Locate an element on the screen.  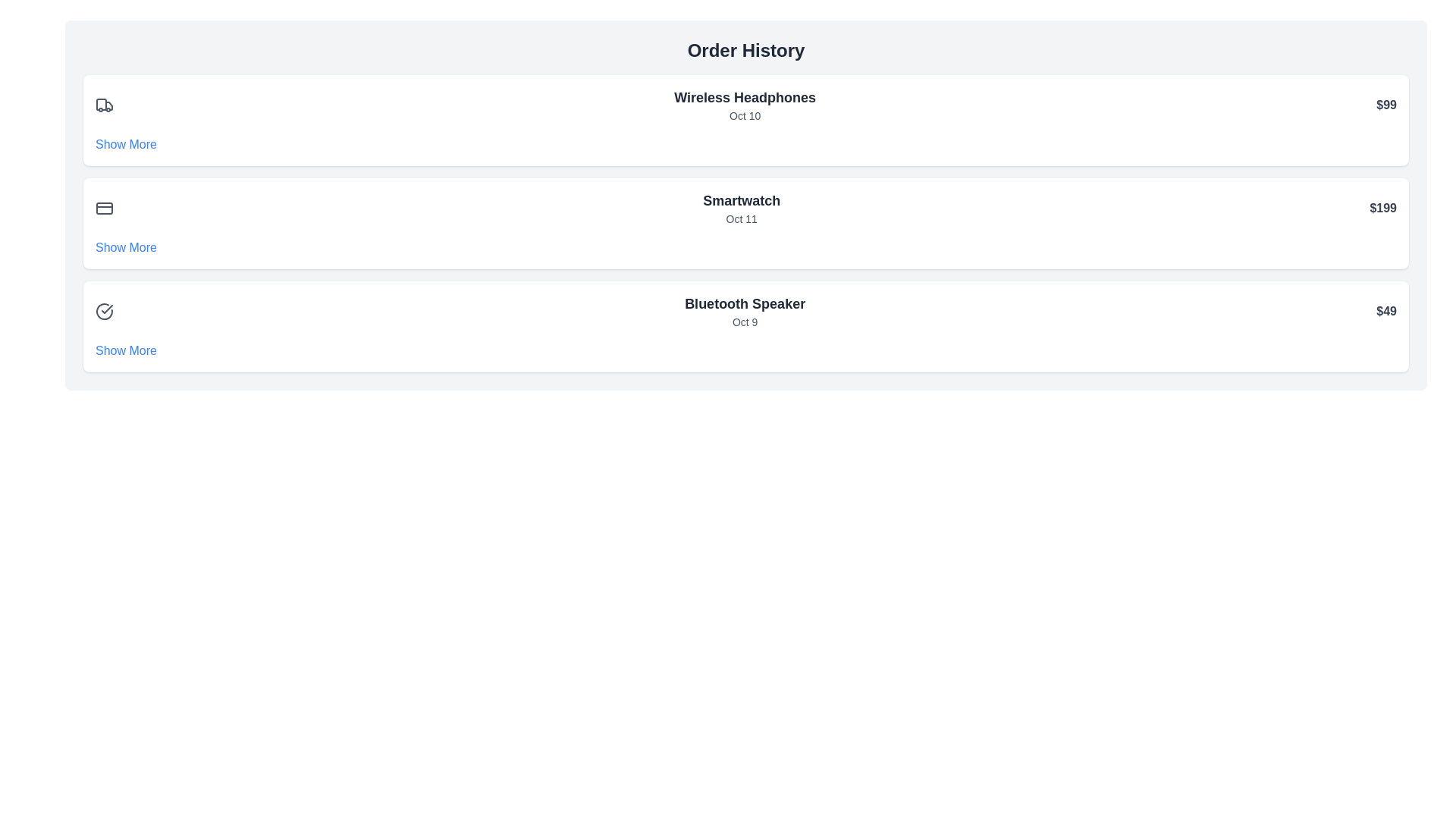
the truck icon with a gray outline, located in the row for 'Wireless Headphones' dated 'Oct 10' and priced at '$99' is located at coordinates (104, 104).